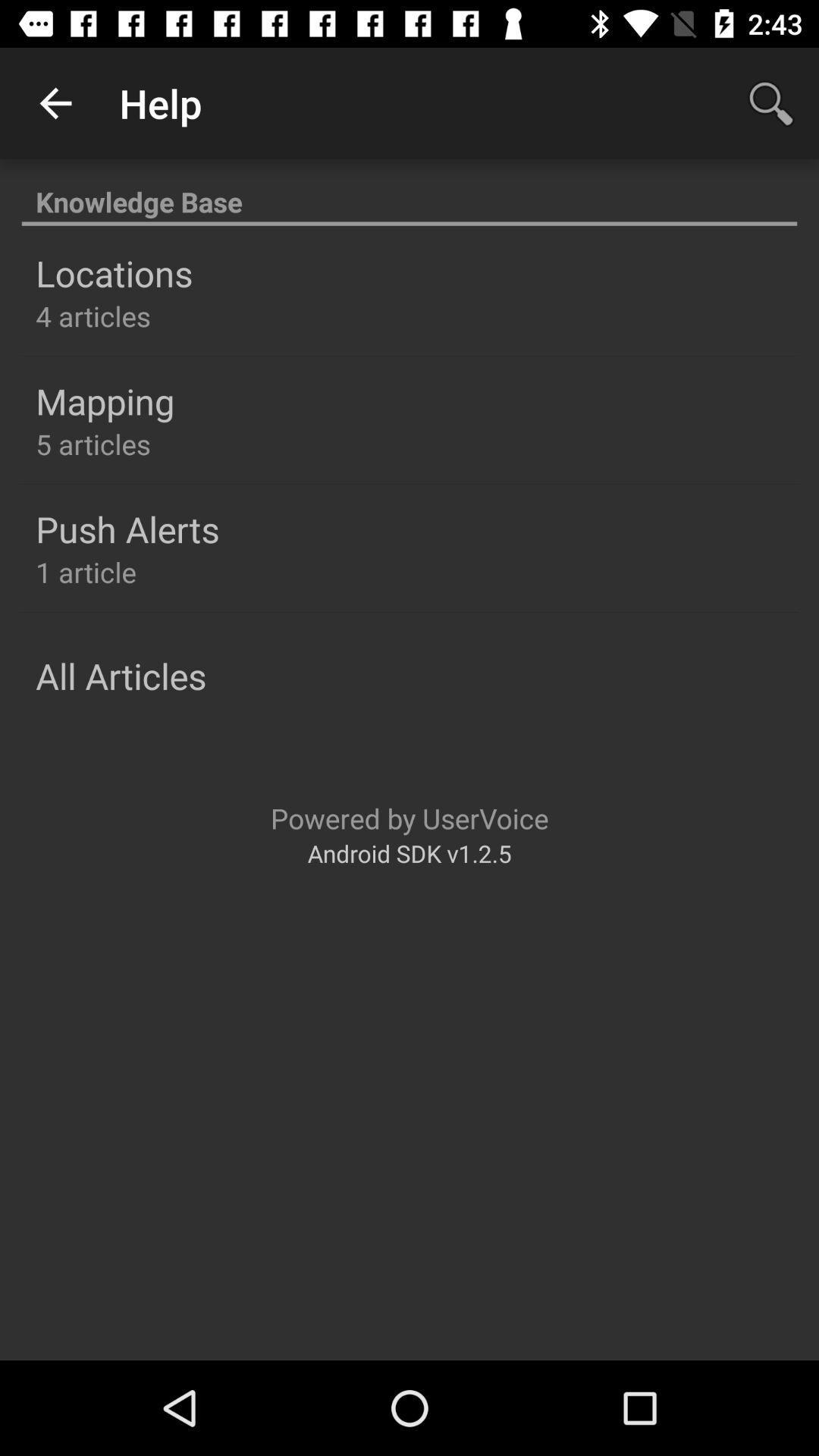 The image size is (819, 1456). I want to click on the item below mapping item, so click(93, 443).